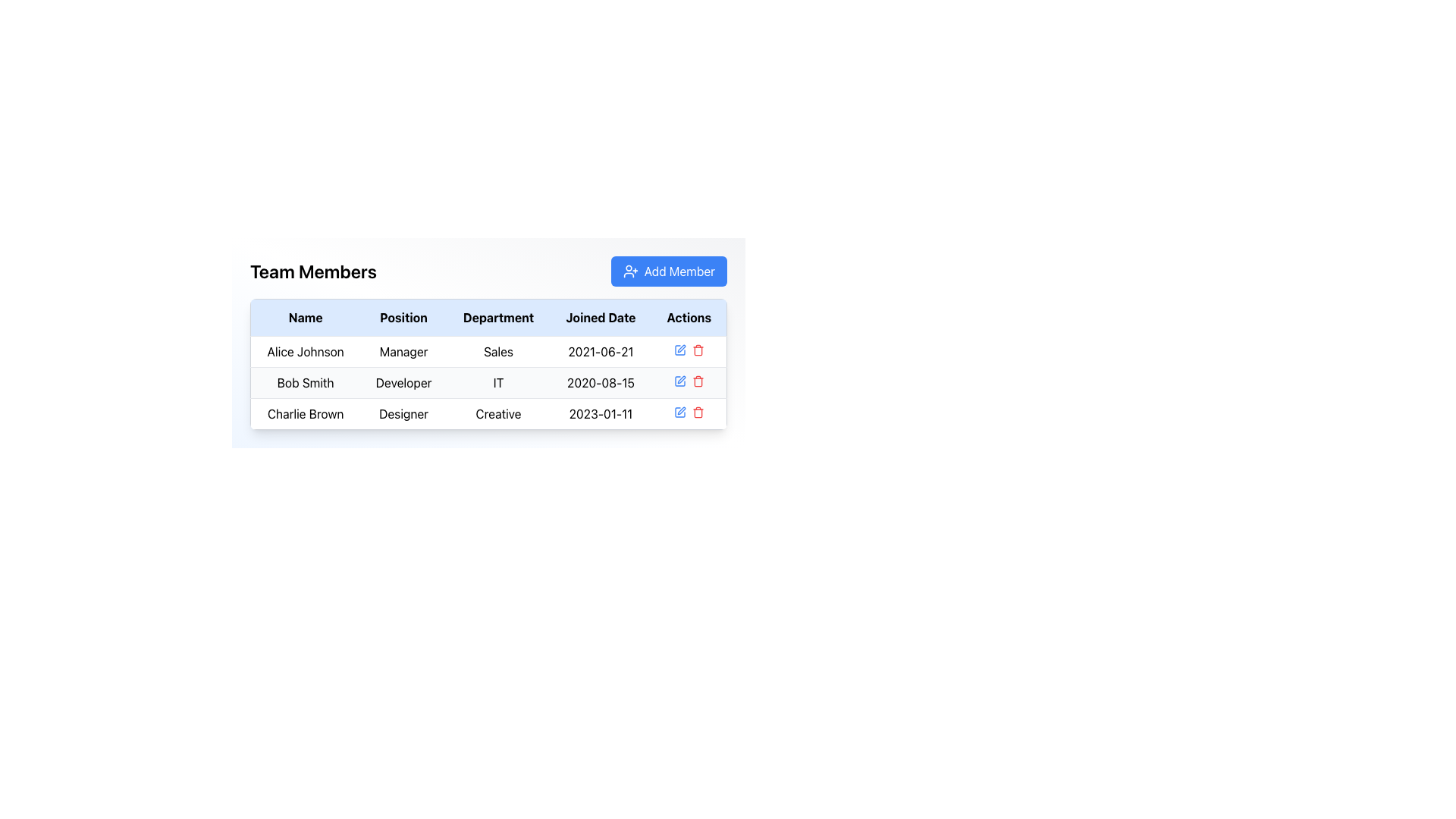 This screenshot has height=819, width=1456. I want to click on the second row of the team member management table, so click(488, 382).